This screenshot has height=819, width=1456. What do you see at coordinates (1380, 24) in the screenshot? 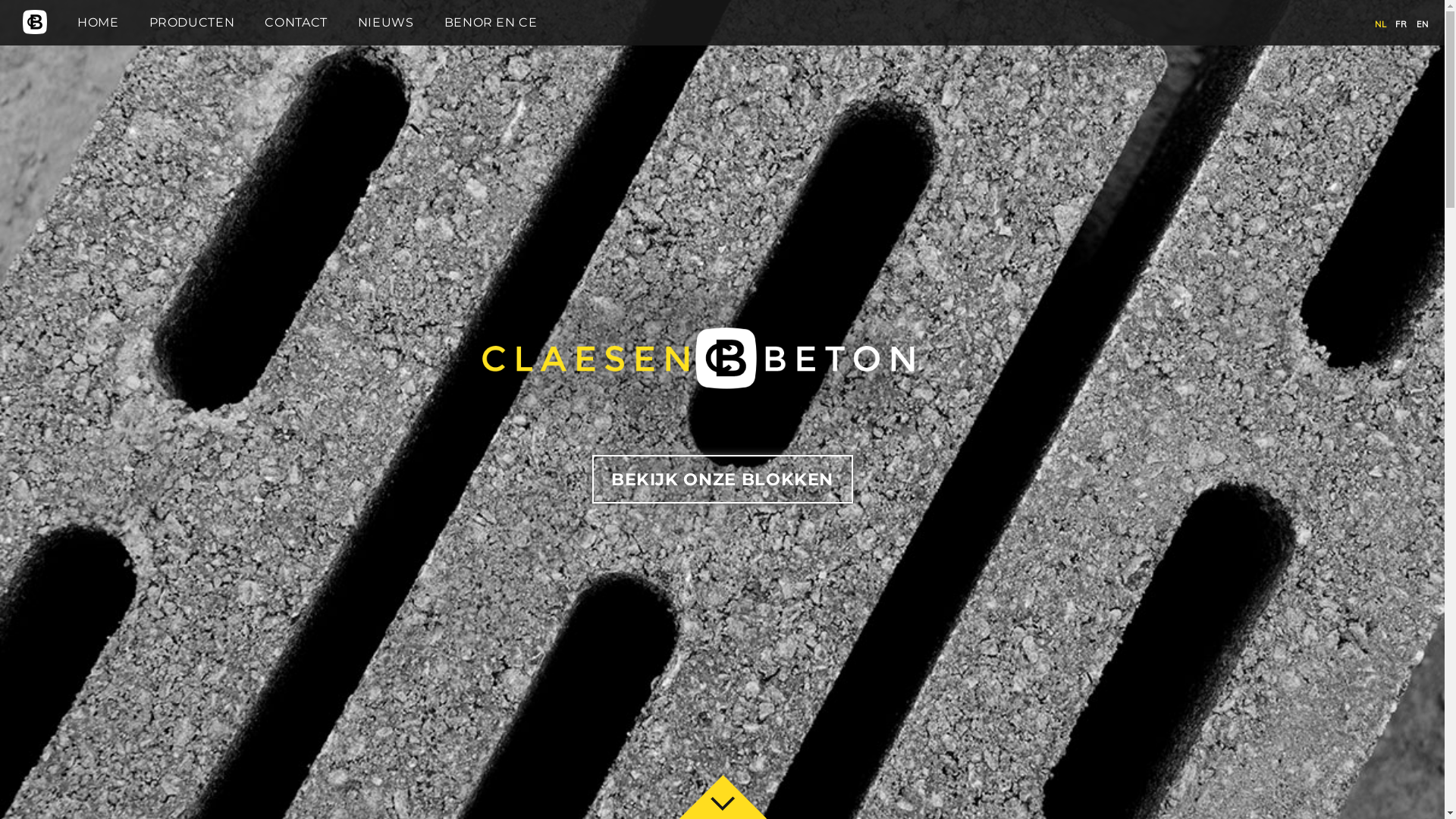
I see `'NL'` at bounding box center [1380, 24].